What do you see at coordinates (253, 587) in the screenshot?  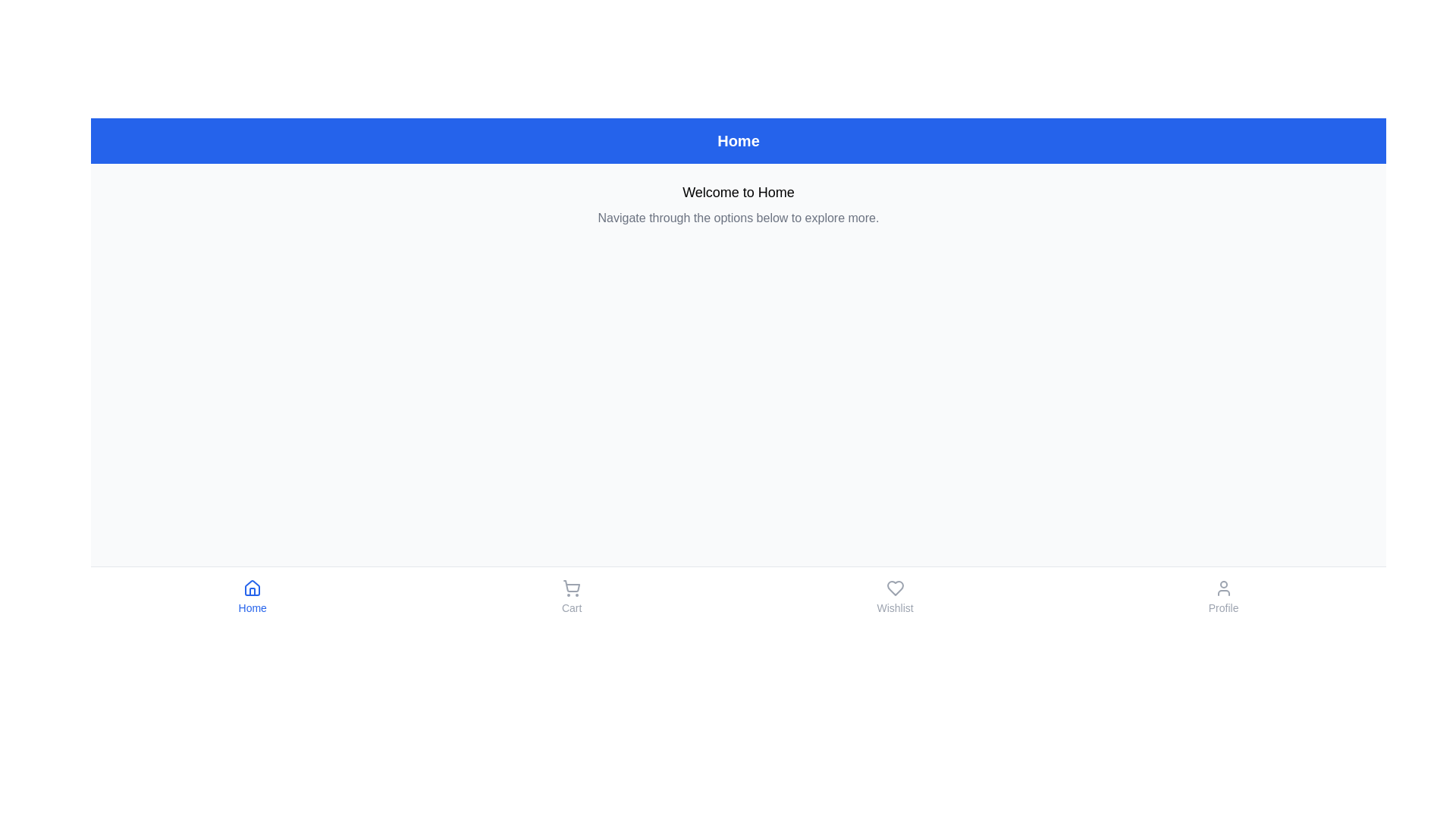 I see `the 'Home' icon in the bottom navigation bar, which is the first icon from the left and is positioned directly above the label 'Home'` at bounding box center [253, 587].